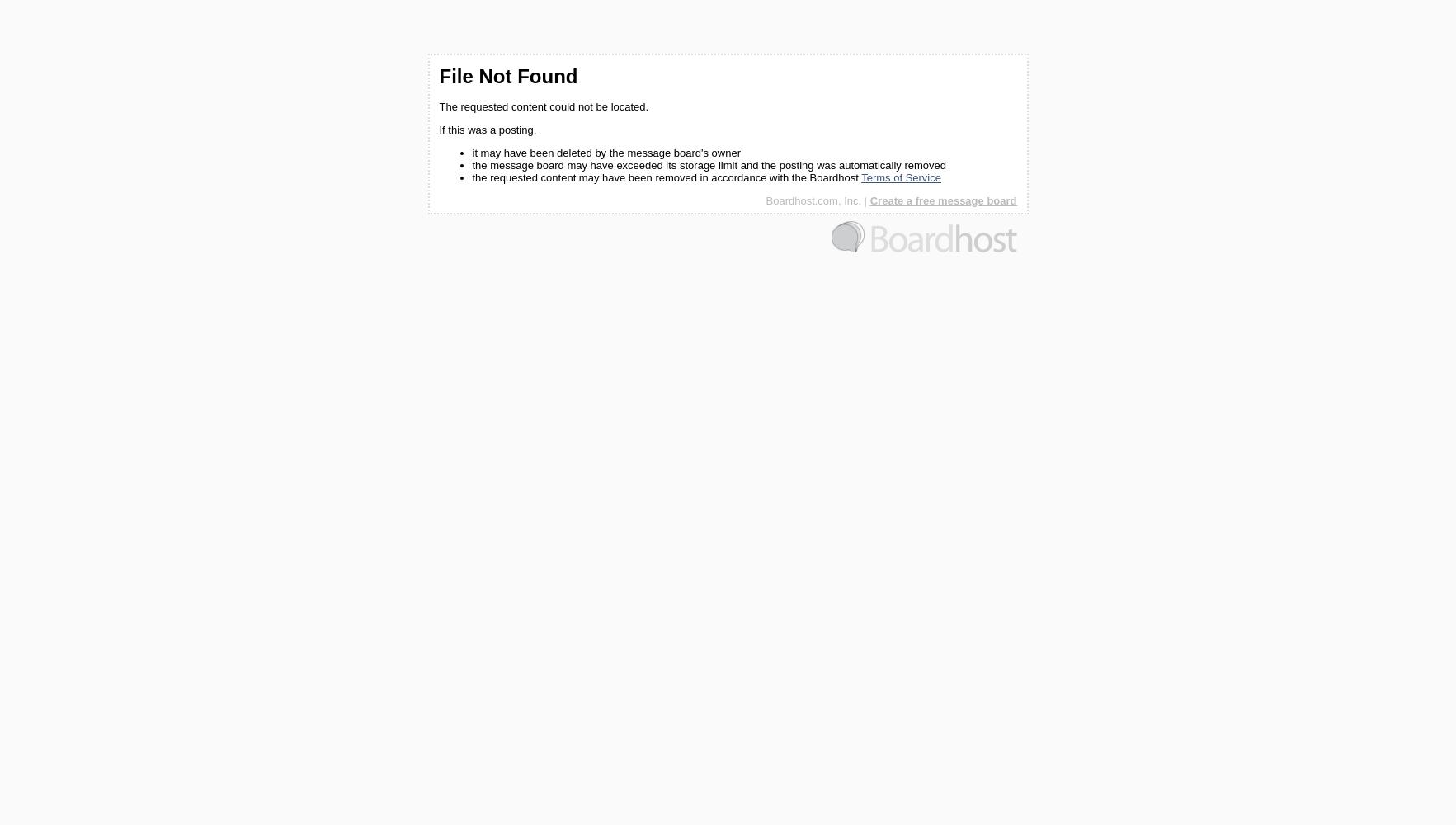  Describe the element at coordinates (486, 130) in the screenshot. I see `'If this was a posting,'` at that location.